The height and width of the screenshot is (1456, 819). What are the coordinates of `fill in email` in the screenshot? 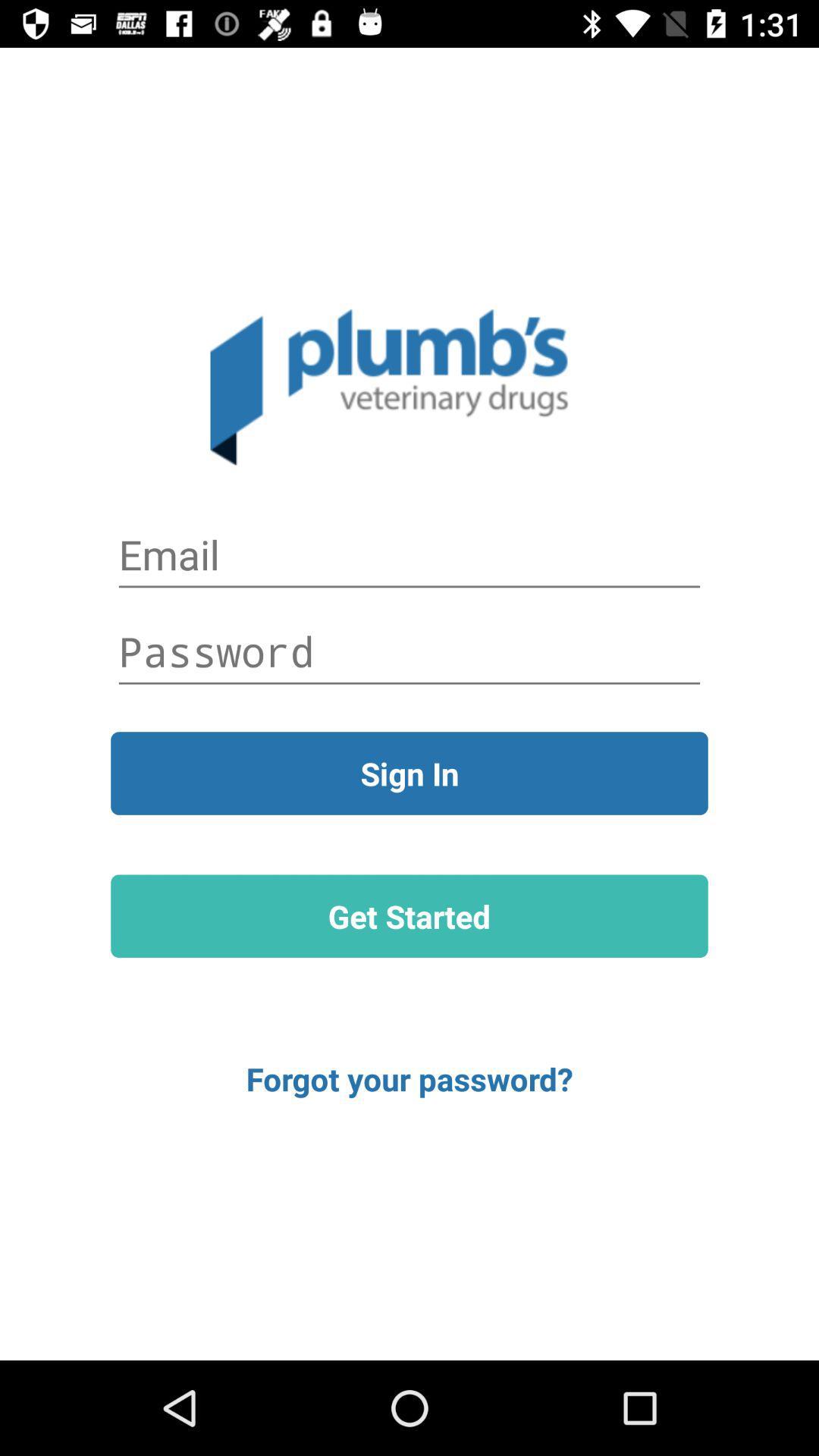 It's located at (409, 554).